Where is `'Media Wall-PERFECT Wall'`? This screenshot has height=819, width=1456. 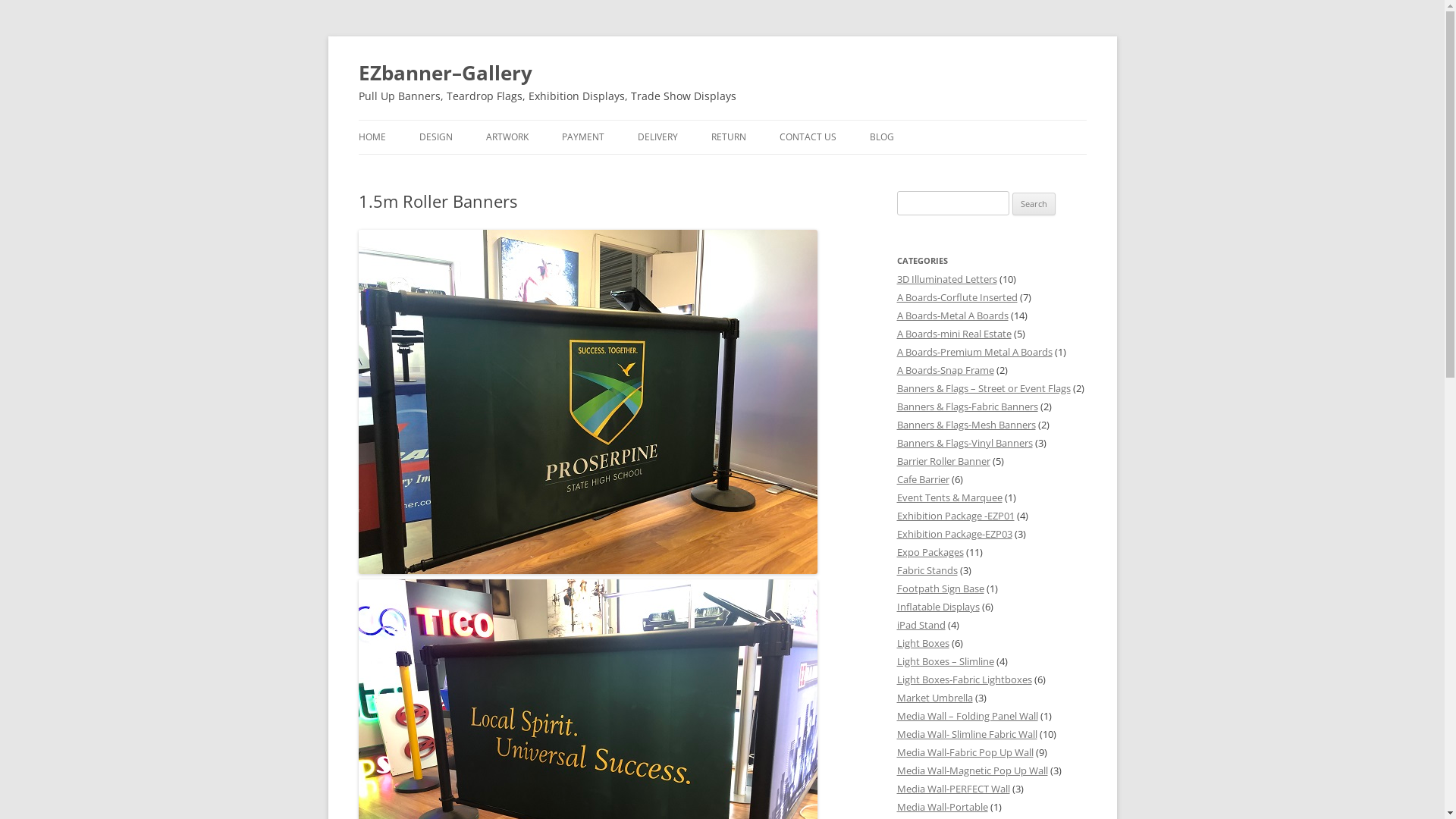 'Media Wall-PERFECT Wall' is located at coordinates (952, 788).